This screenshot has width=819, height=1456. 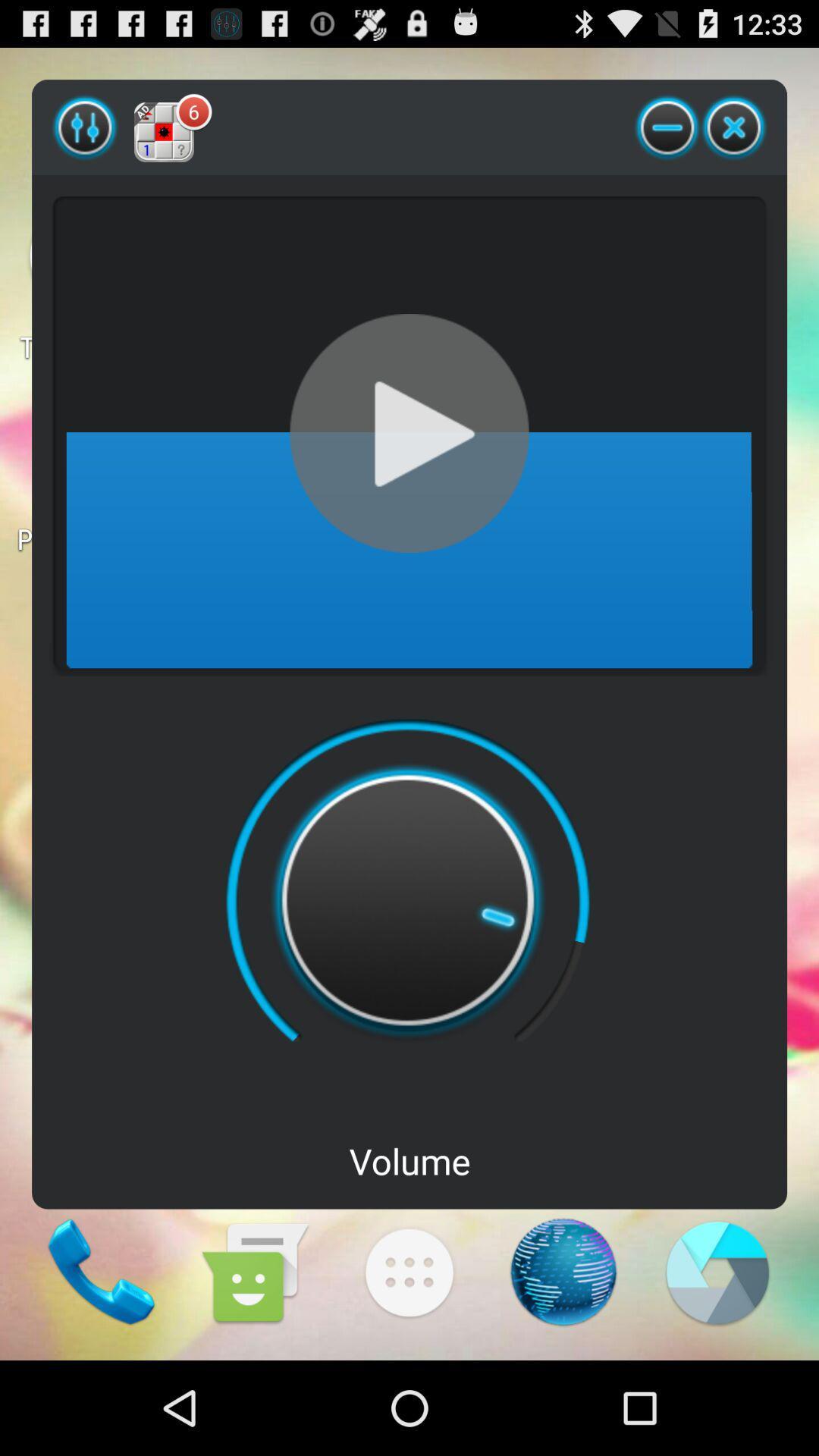 I want to click on the sliders icon, so click(x=85, y=136).